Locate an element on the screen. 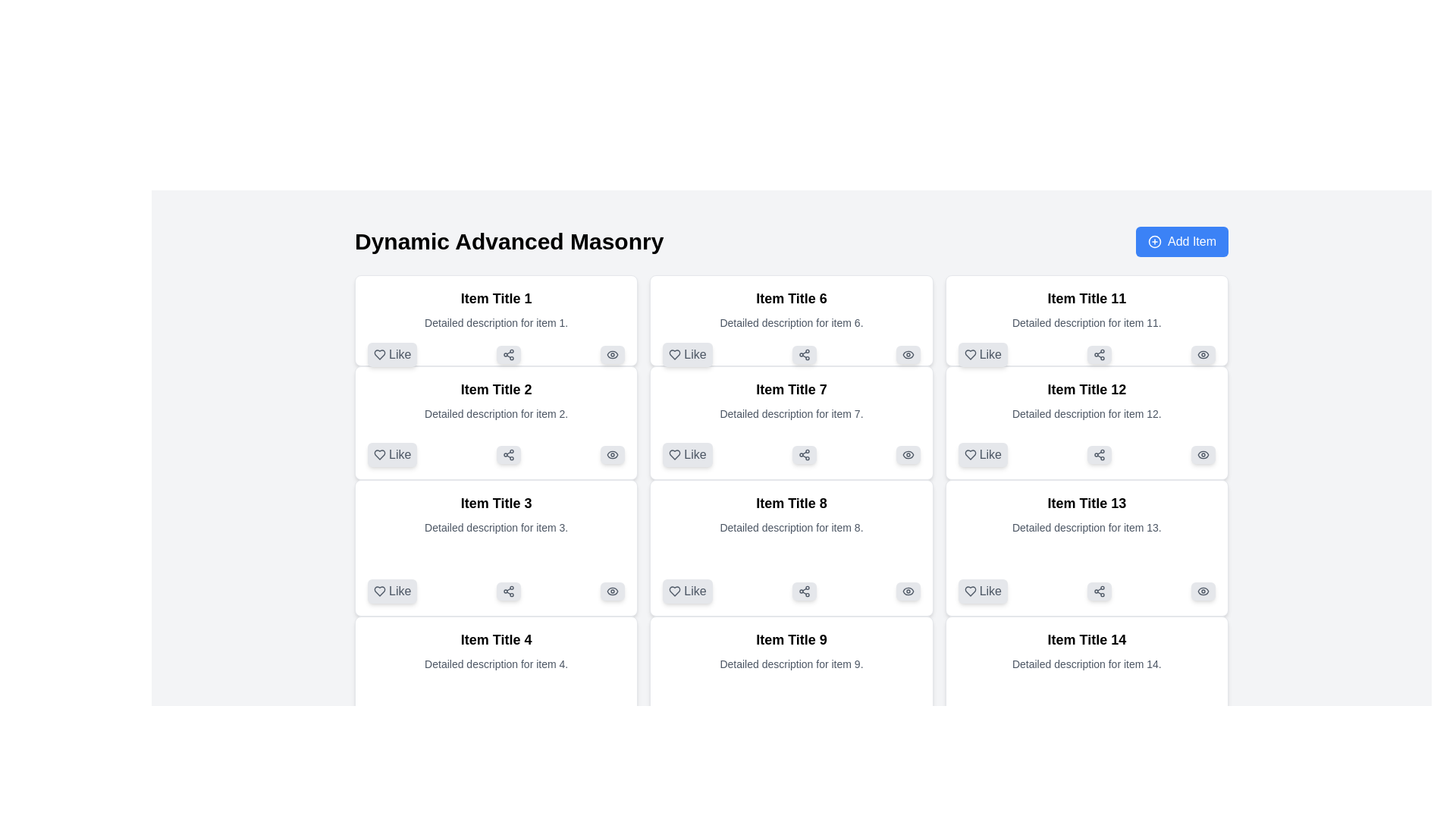  the small rectangular button with a light gray background and rounded corners, featuring a share symbol, located within the card titled 'Item Title 7' is located at coordinates (803, 454).